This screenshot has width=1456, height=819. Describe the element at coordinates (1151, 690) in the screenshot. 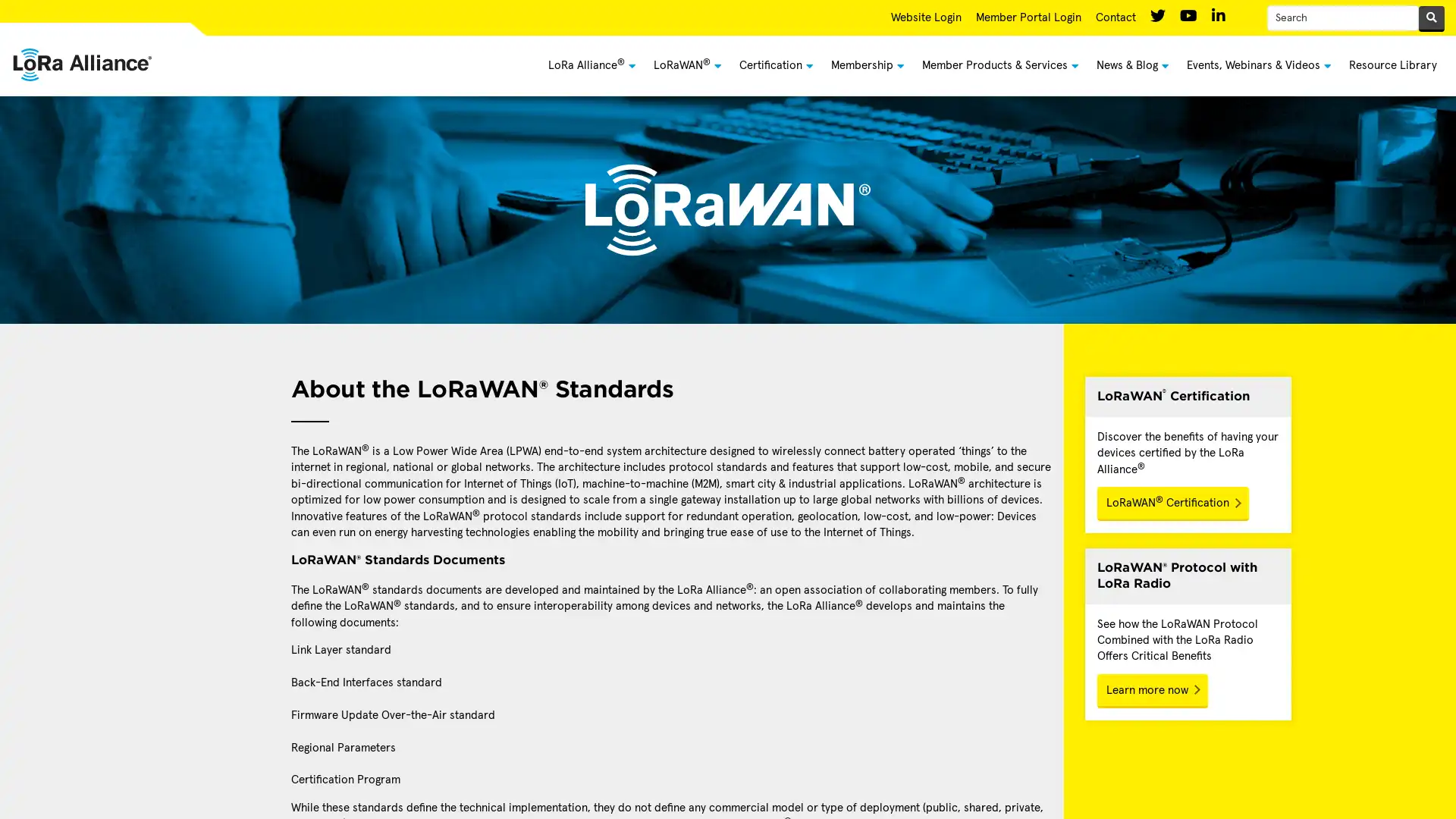

I see `Learn more now` at that location.